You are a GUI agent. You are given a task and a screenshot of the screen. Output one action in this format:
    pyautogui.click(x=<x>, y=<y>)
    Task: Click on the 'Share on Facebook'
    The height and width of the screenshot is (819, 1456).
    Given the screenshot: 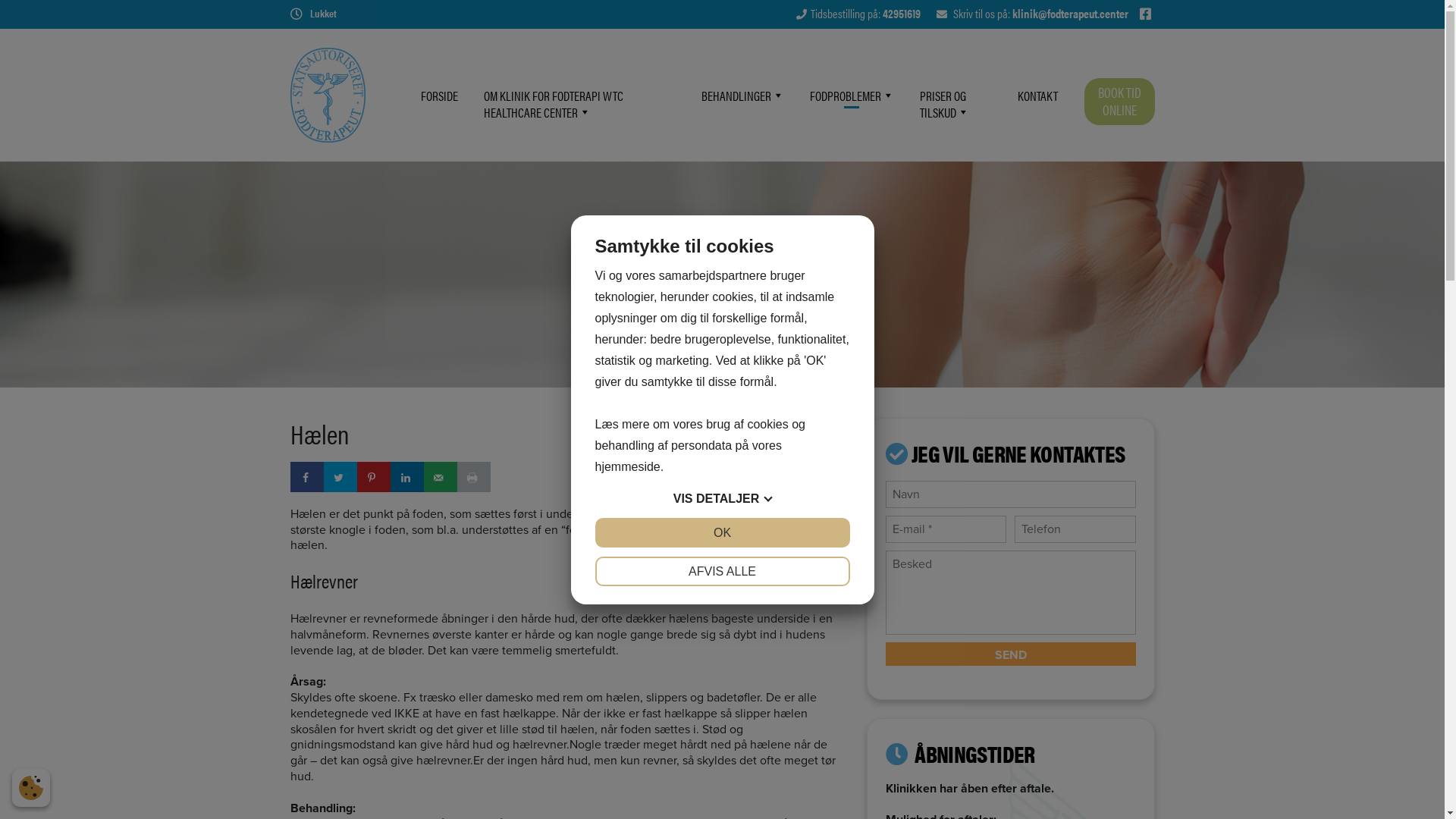 What is the action you would take?
    pyautogui.click(x=305, y=475)
    